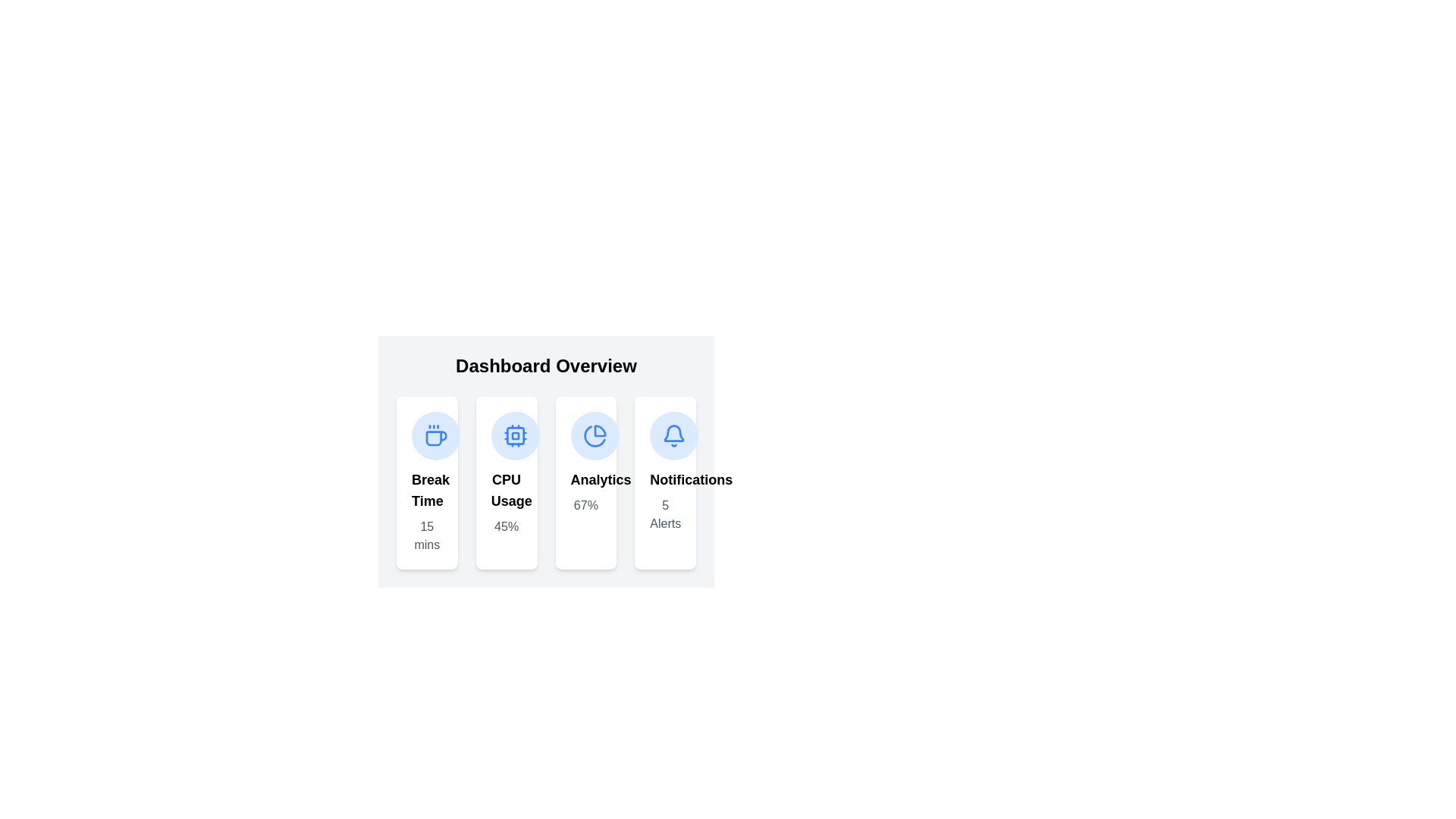 Image resolution: width=1456 pixels, height=819 pixels. I want to click on the informational card displaying CPU usage, which is located between 'Break Time' and 'Analytics' in the grid layout, so click(507, 482).